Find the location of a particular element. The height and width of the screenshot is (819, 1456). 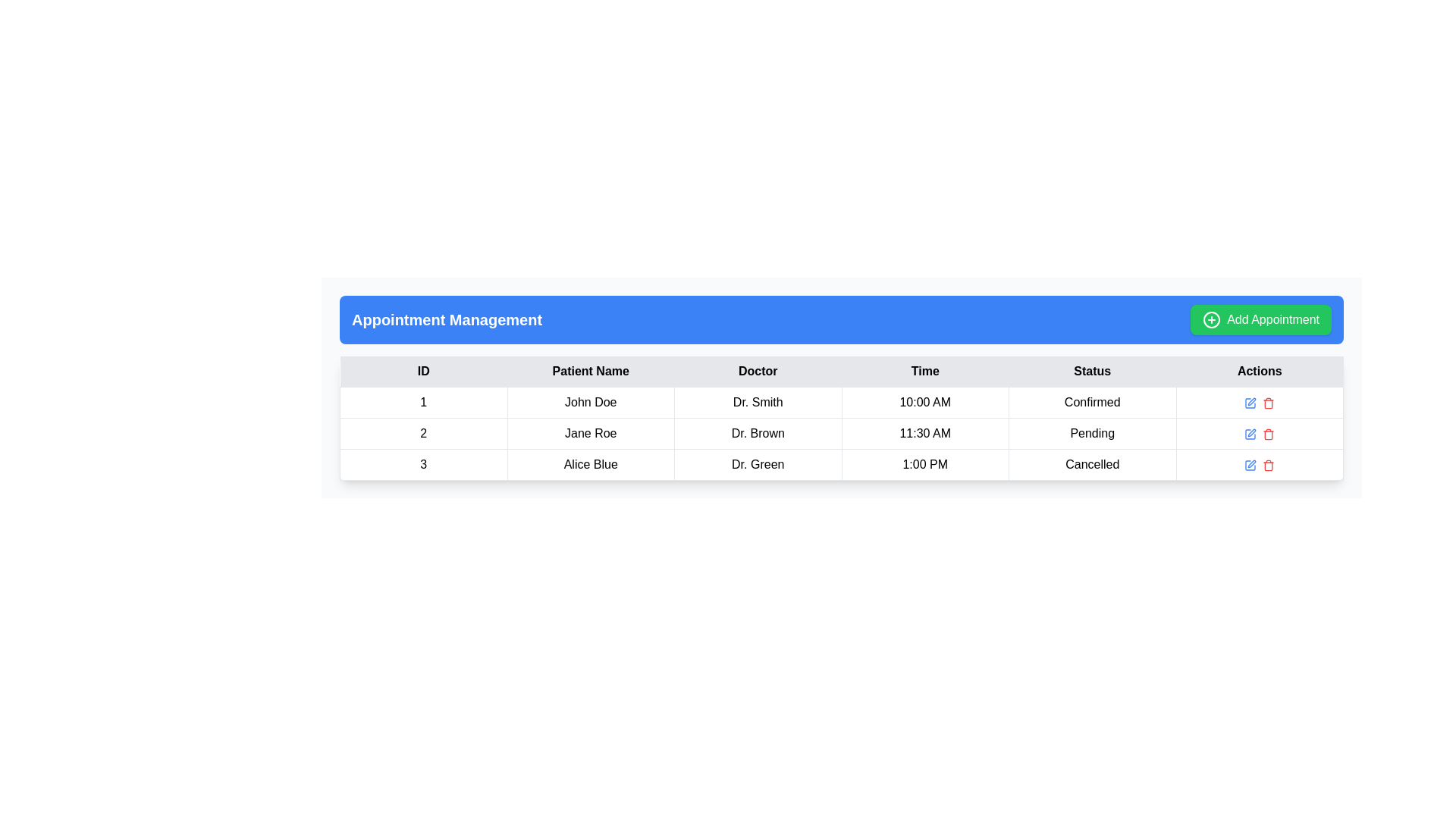

the icon button on the right side of the third row in the 'Actions' column to initiate editing for the entry associated with 'Alice Blue' and 'Dr. Green' is located at coordinates (1250, 464).